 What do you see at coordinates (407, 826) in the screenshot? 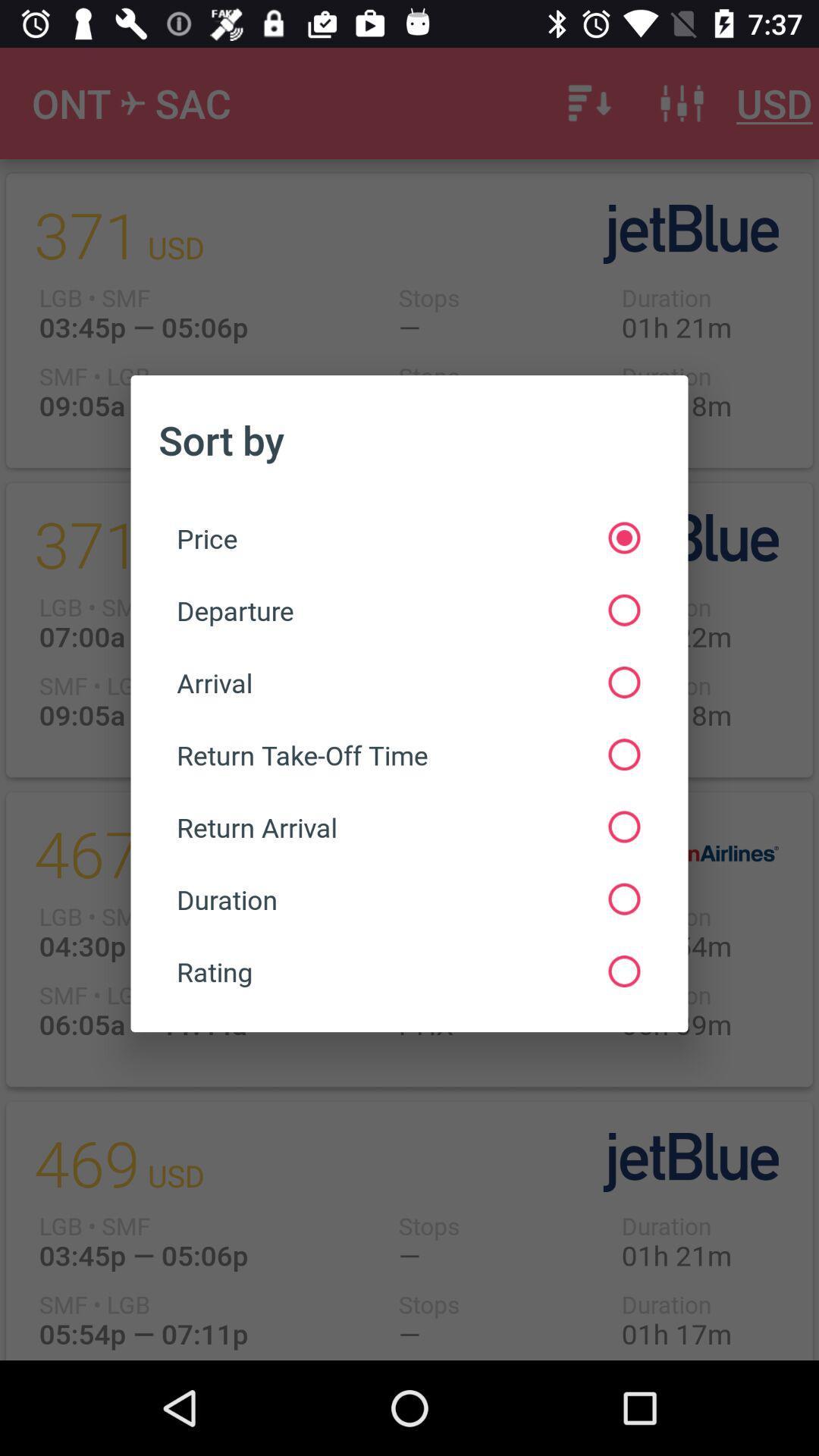
I see `the icon below the return take off icon` at bounding box center [407, 826].